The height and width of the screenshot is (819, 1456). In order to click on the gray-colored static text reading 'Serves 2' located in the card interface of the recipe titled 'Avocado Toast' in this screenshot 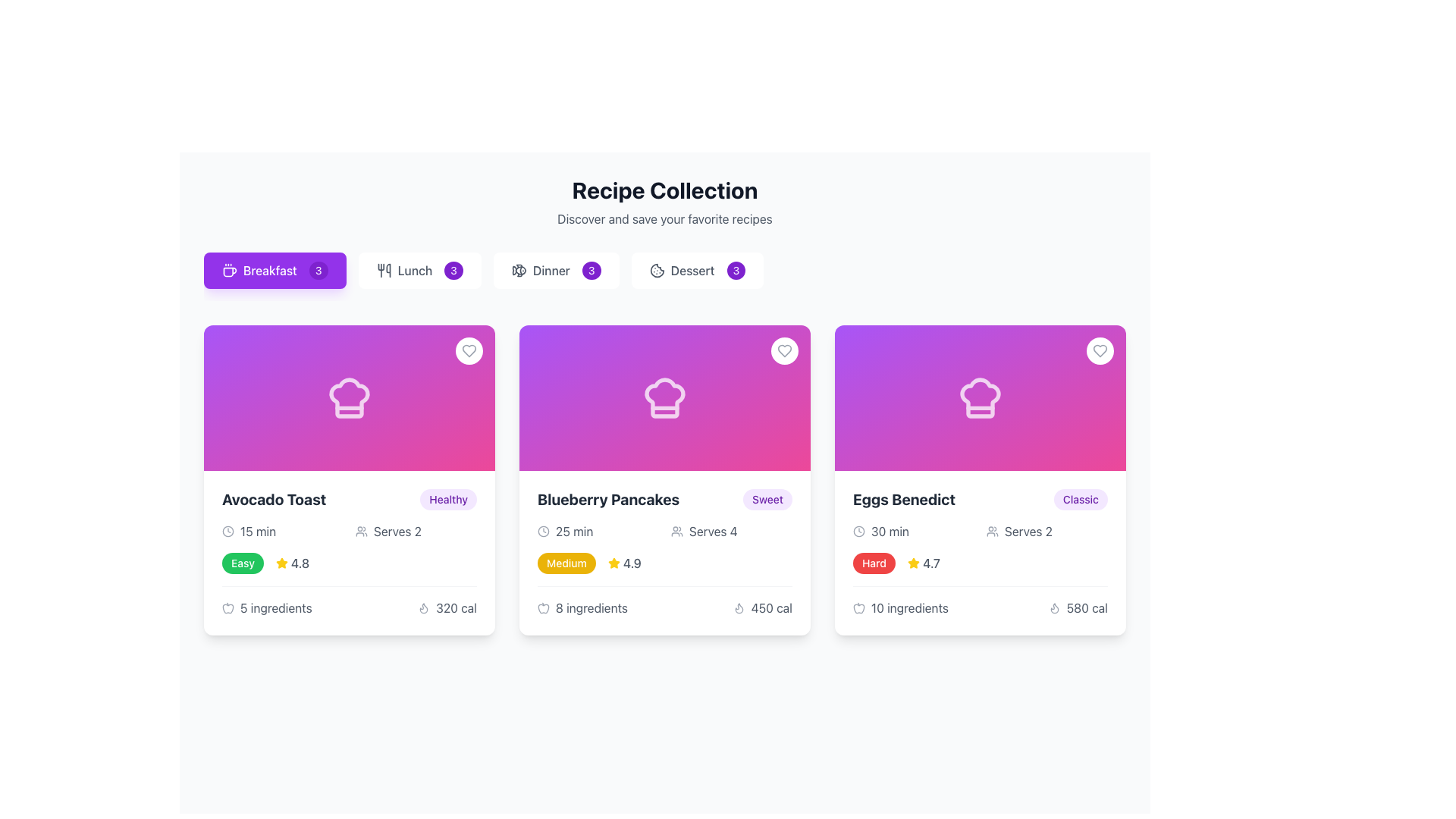, I will do `click(397, 531)`.